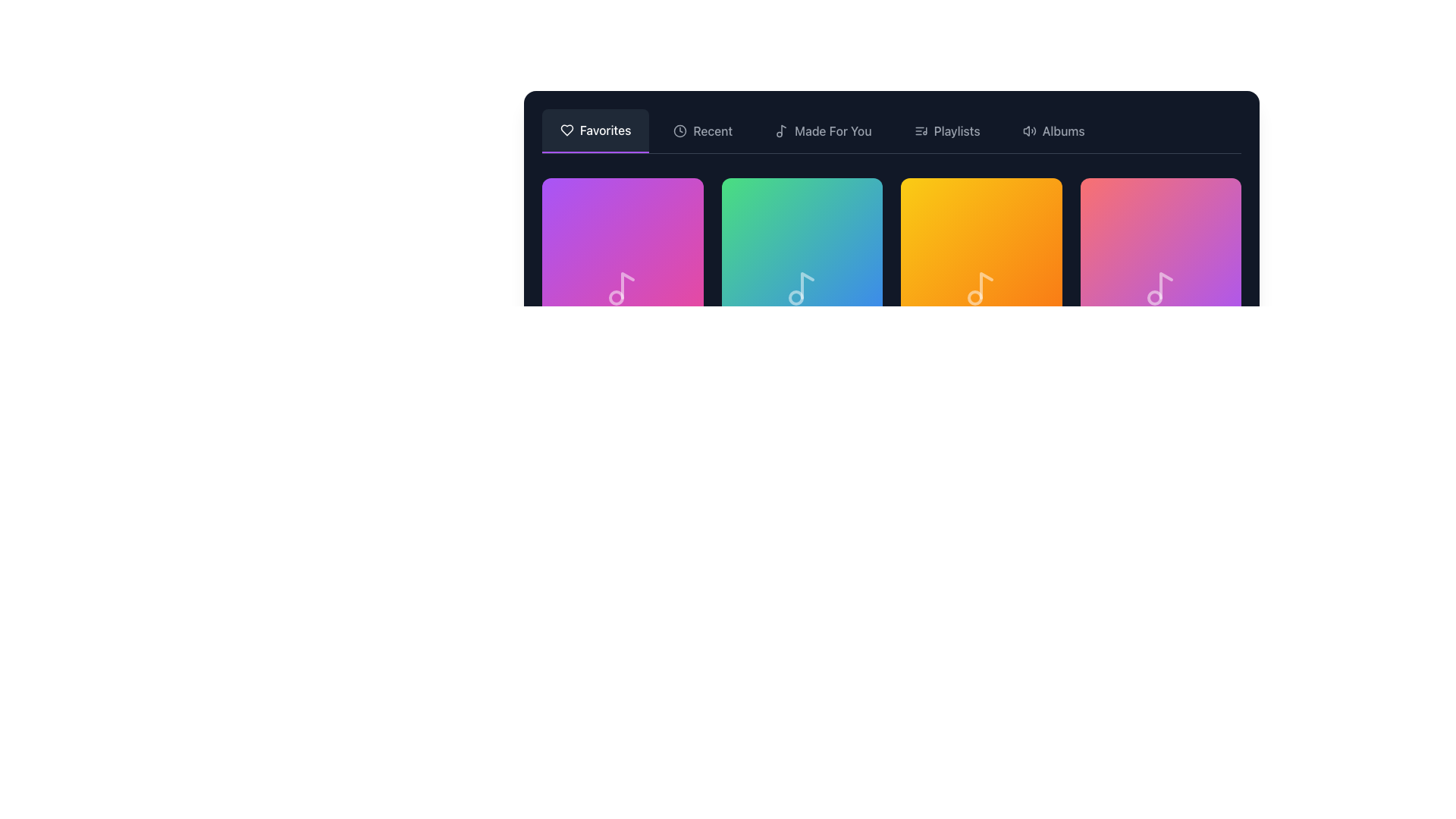  What do you see at coordinates (1200, 201) in the screenshot?
I see `the interactive group containing buttons located at the top-right corner of the music playlist card, characterized by its gradient background transitioning from pink to purple` at bounding box center [1200, 201].